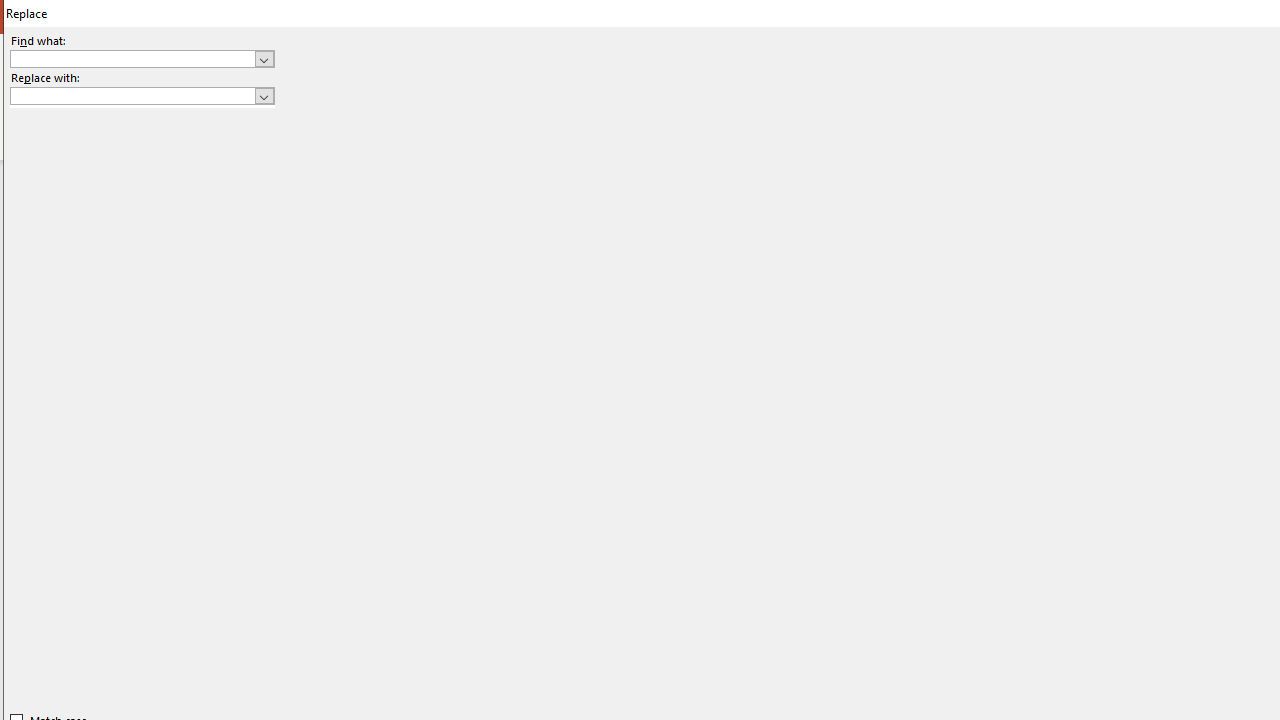 The height and width of the screenshot is (720, 1280). Describe the element at coordinates (132, 95) in the screenshot. I see `'Replace with'` at that location.